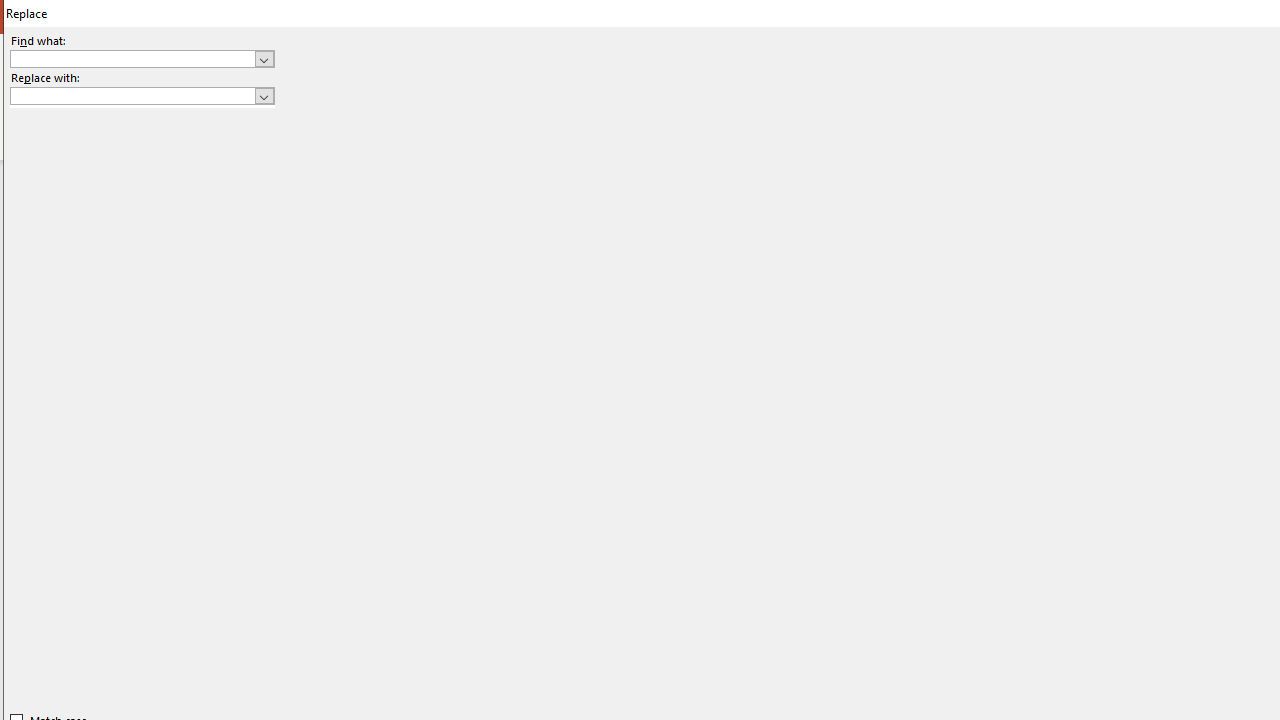 The height and width of the screenshot is (720, 1280). Describe the element at coordinates (132, 95) in the screenshot. I see `'Replace with'` at that location.